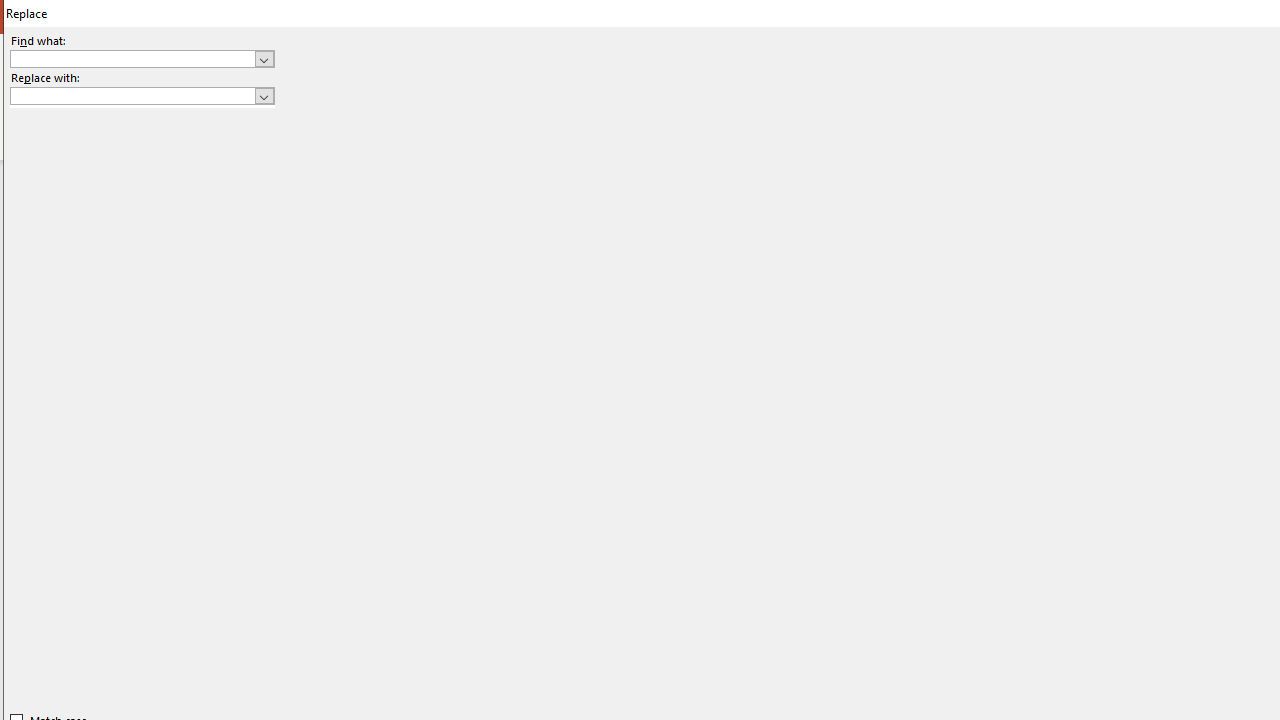 The height and width of the screenshot is (720, 1280). Describe the element at coordinates (132, 95) in the screenshot. I see `'Replace with'` at that location.